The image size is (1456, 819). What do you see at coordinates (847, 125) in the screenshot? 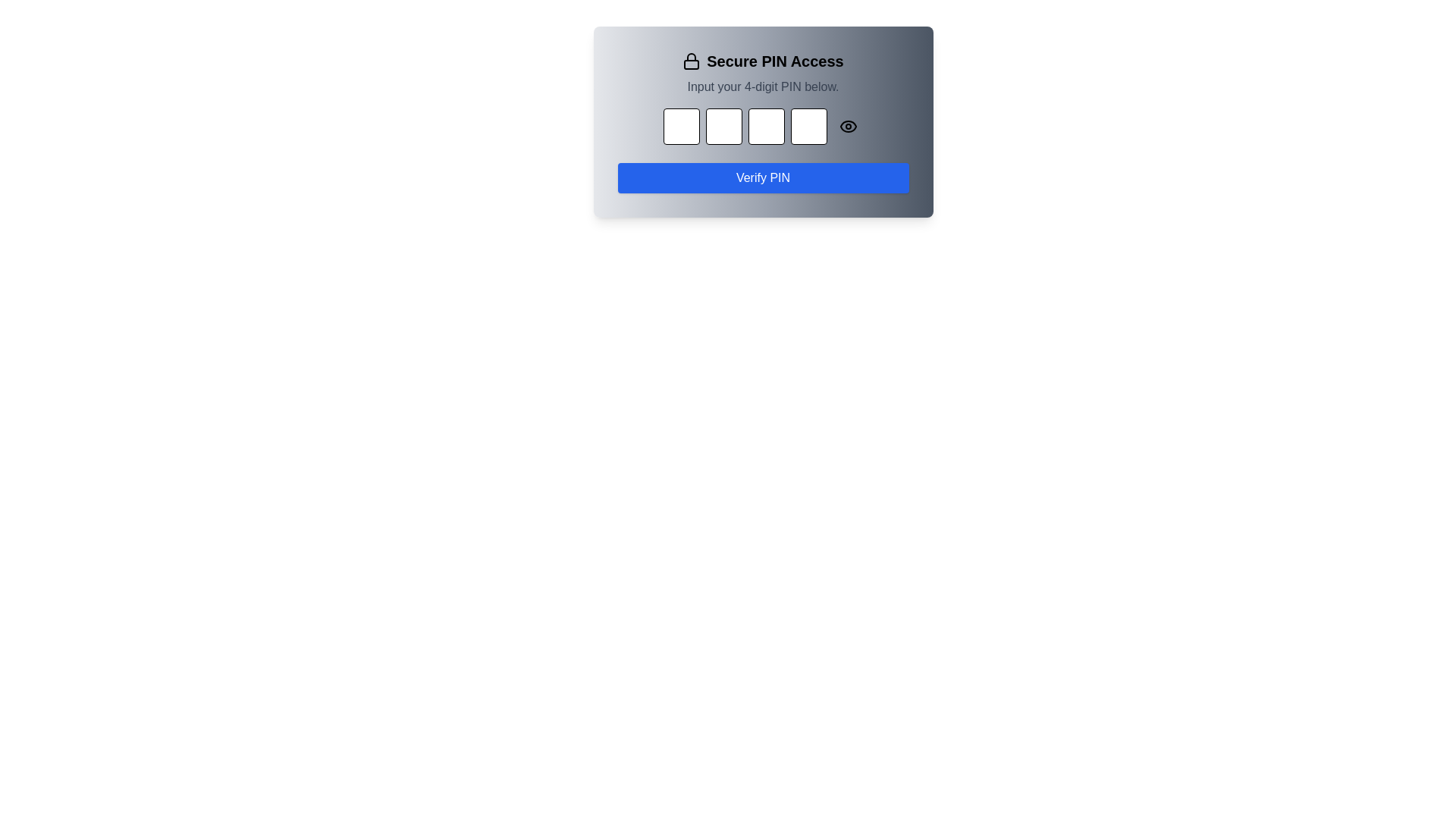
I see `the 'show/hide' PIN icon button located to the immediate right of the last PIN input field` at bounding box center [847, 125].